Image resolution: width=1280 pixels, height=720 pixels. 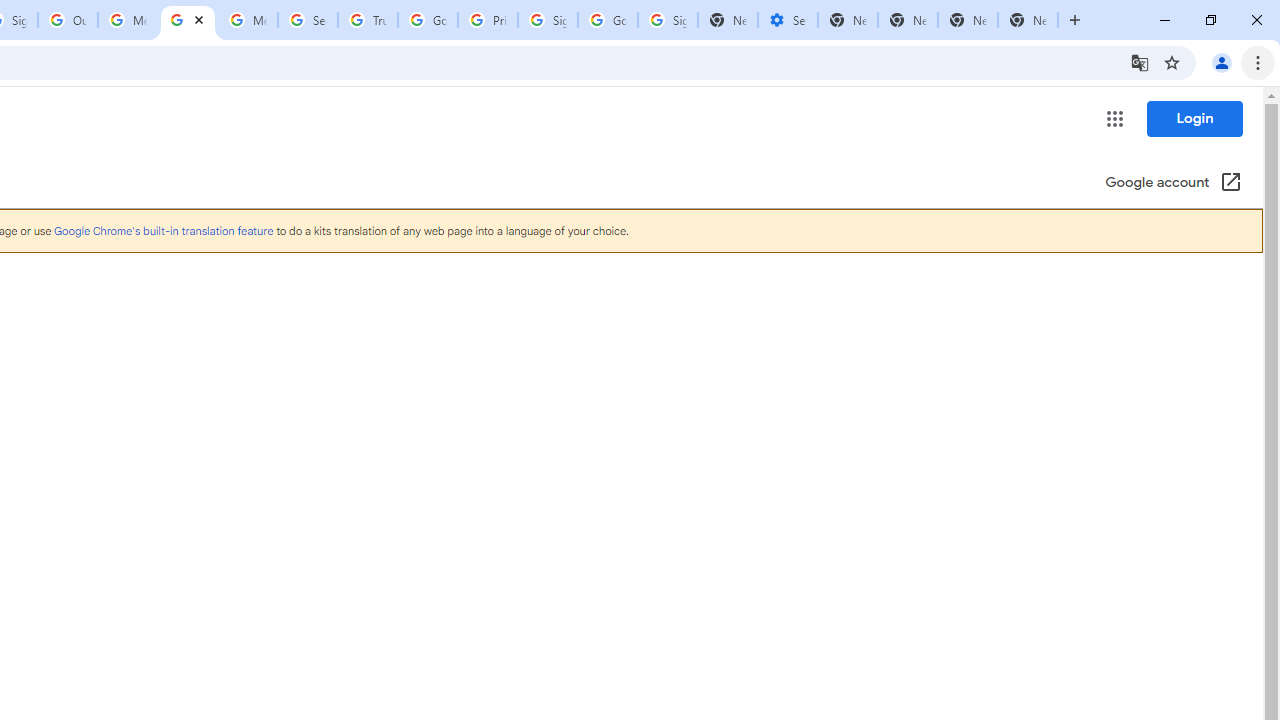 I want to click on 'Translate this page', so click(x=1139, y=61).